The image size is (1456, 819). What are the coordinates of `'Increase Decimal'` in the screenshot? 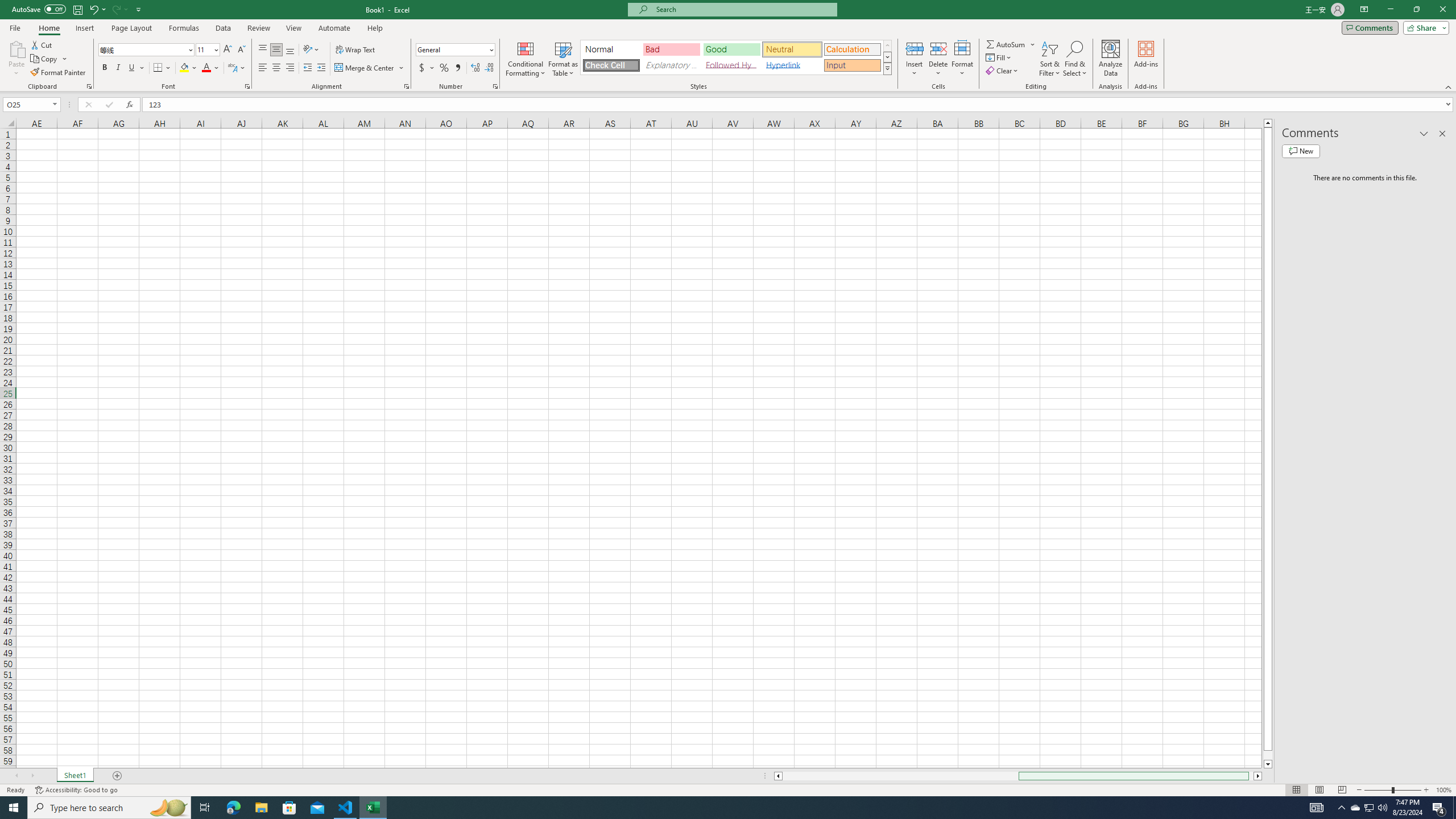 It's located at (475, 67).